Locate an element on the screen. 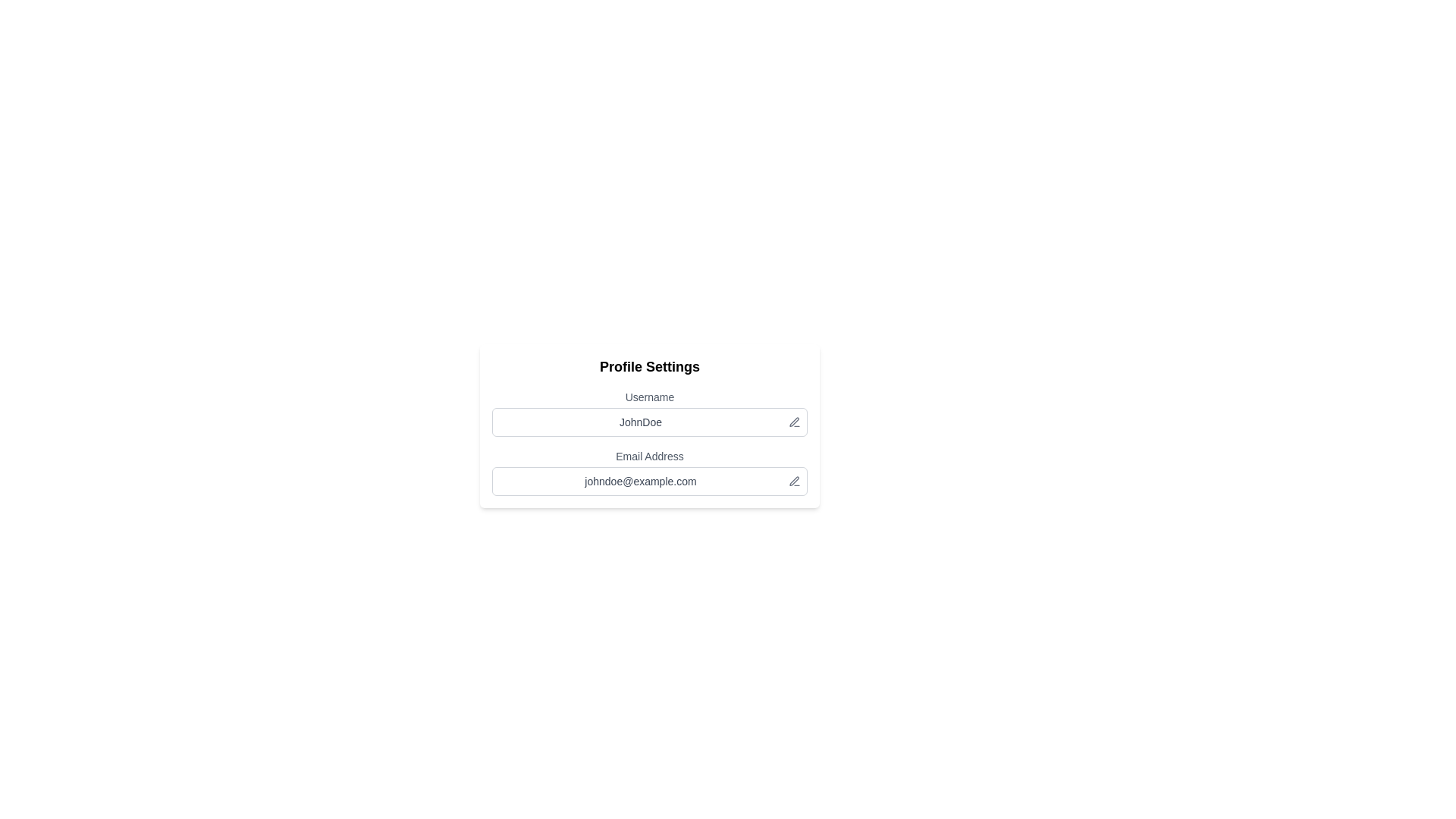 The height and width of the screenshot is (819, 1456). the pen icon located in the right section of the 'Email Address' input field is located at coordinates (793, 481).